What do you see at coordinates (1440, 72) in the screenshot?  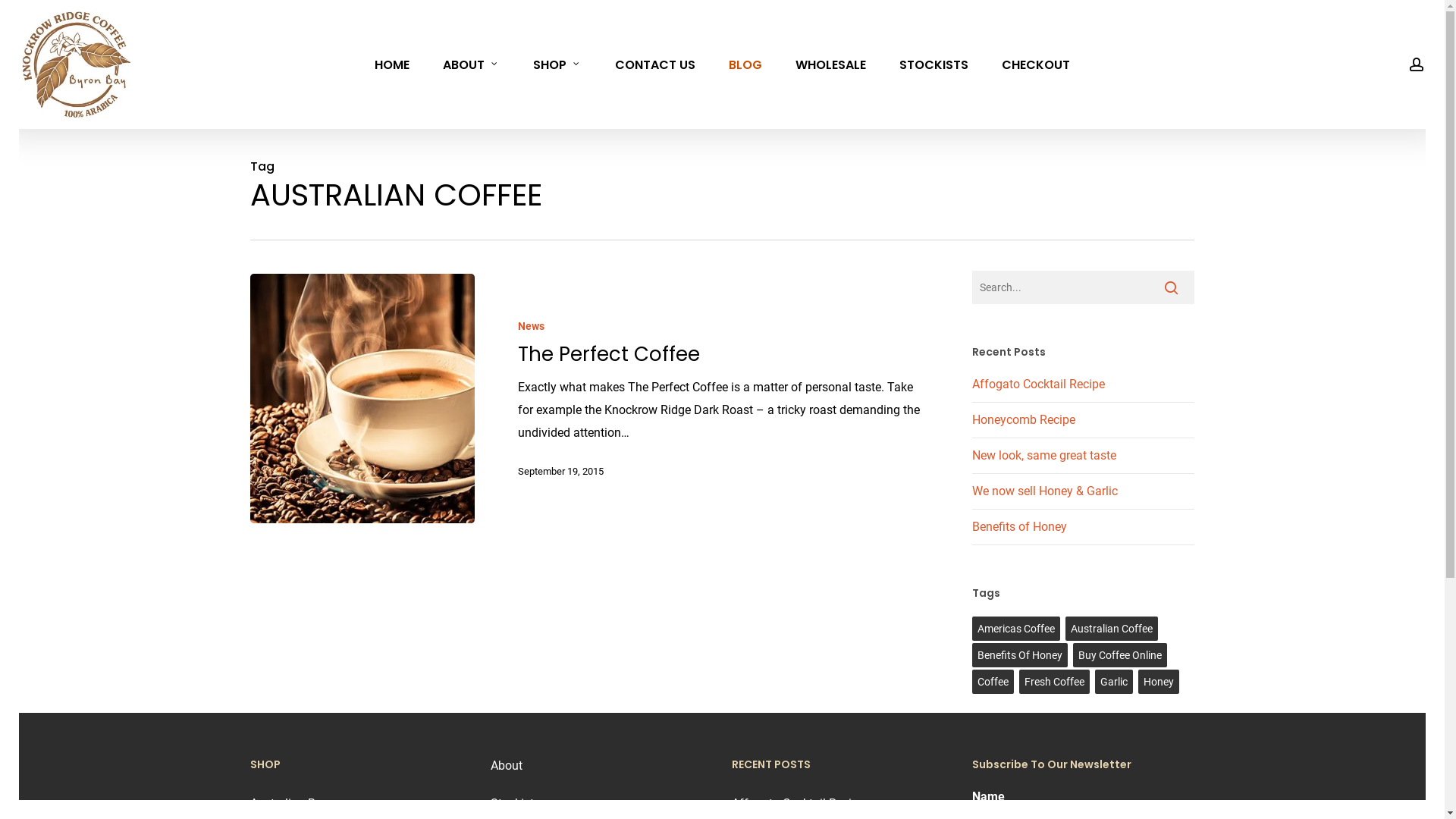 I see `'0'` at bounding box center [1440, 72].